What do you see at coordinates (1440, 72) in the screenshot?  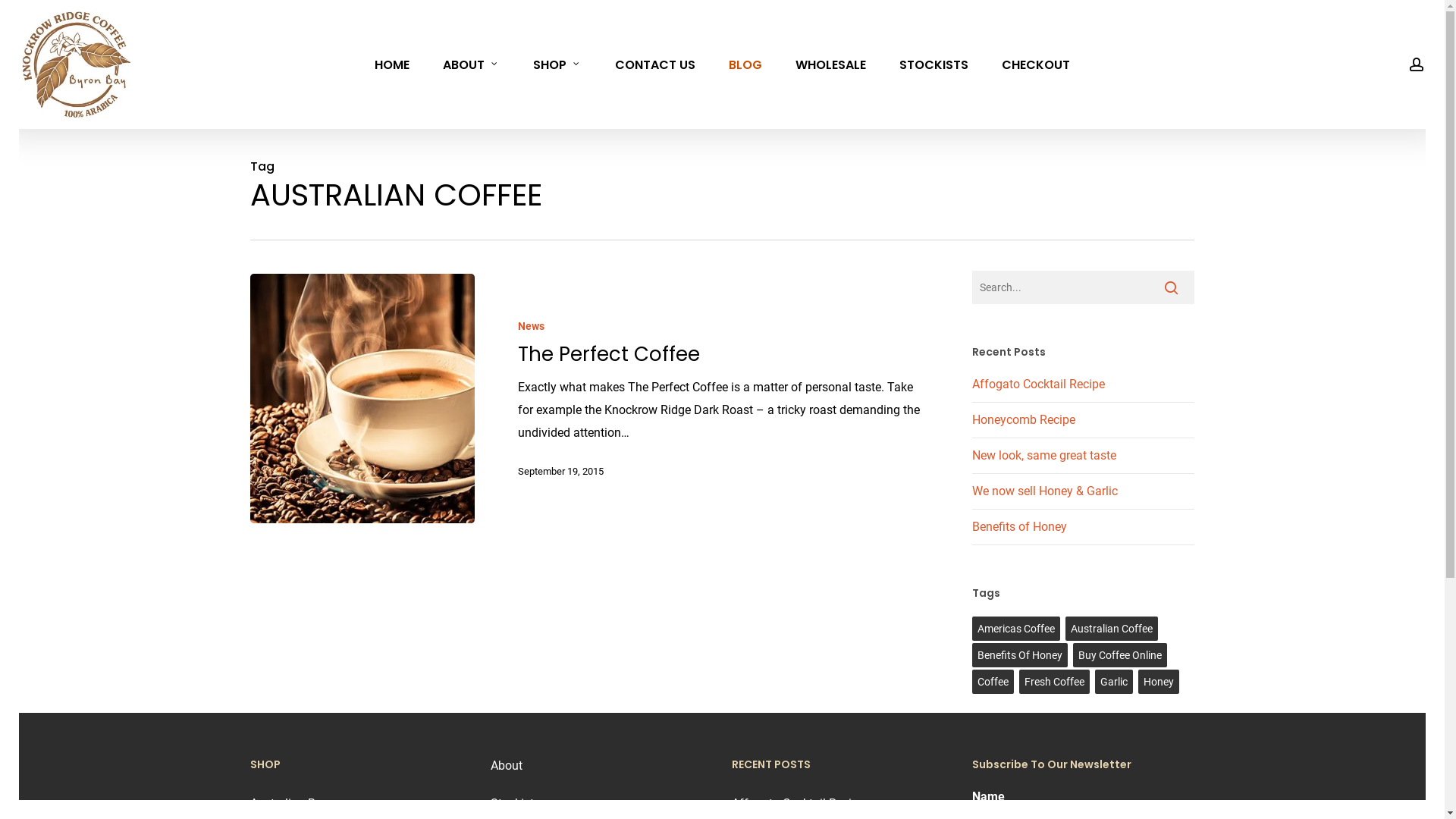 I see `'0'` at bounding box center [1440, 72].